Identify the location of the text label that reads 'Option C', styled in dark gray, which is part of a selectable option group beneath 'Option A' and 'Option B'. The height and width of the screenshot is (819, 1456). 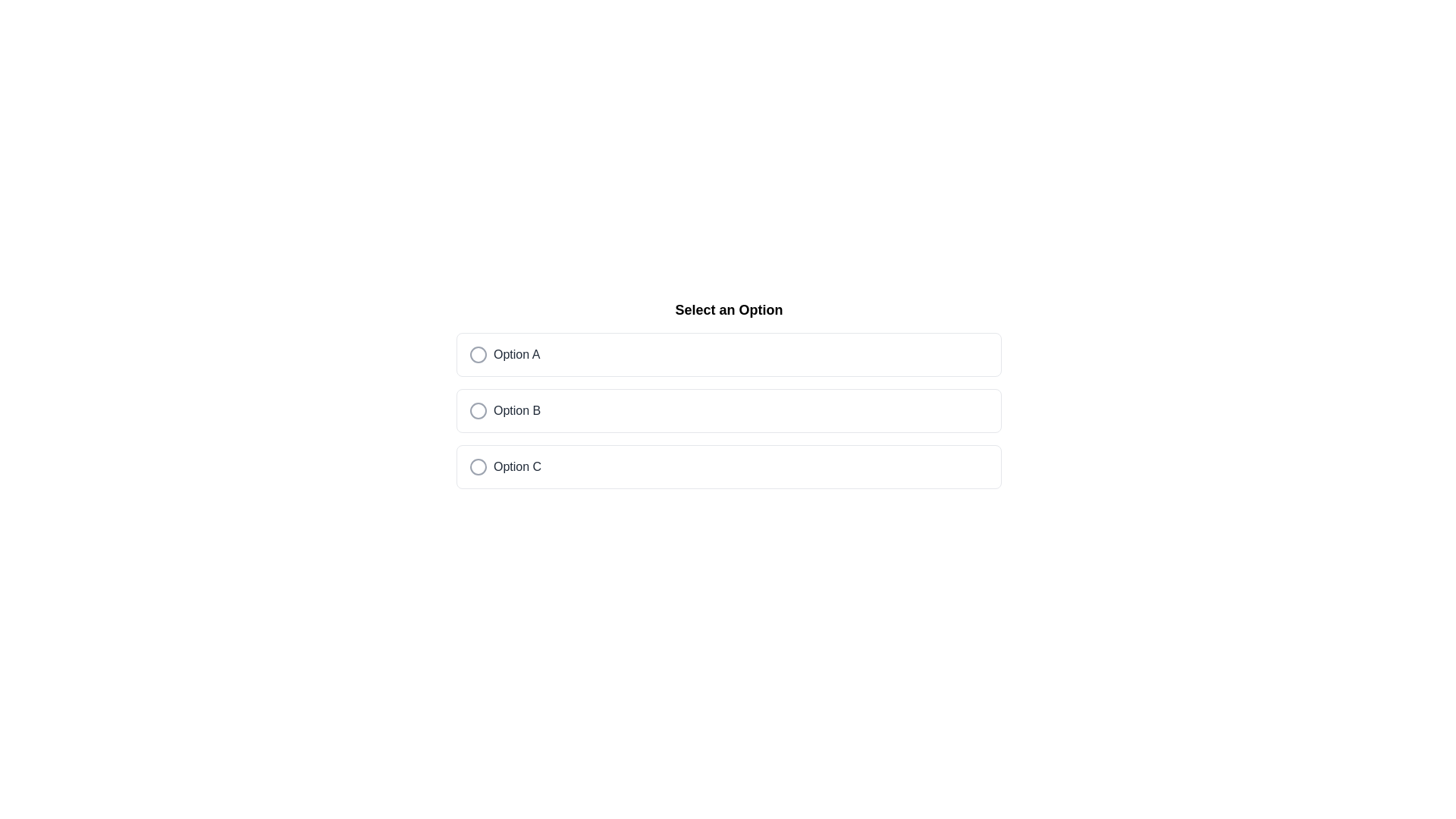
(517, 466).